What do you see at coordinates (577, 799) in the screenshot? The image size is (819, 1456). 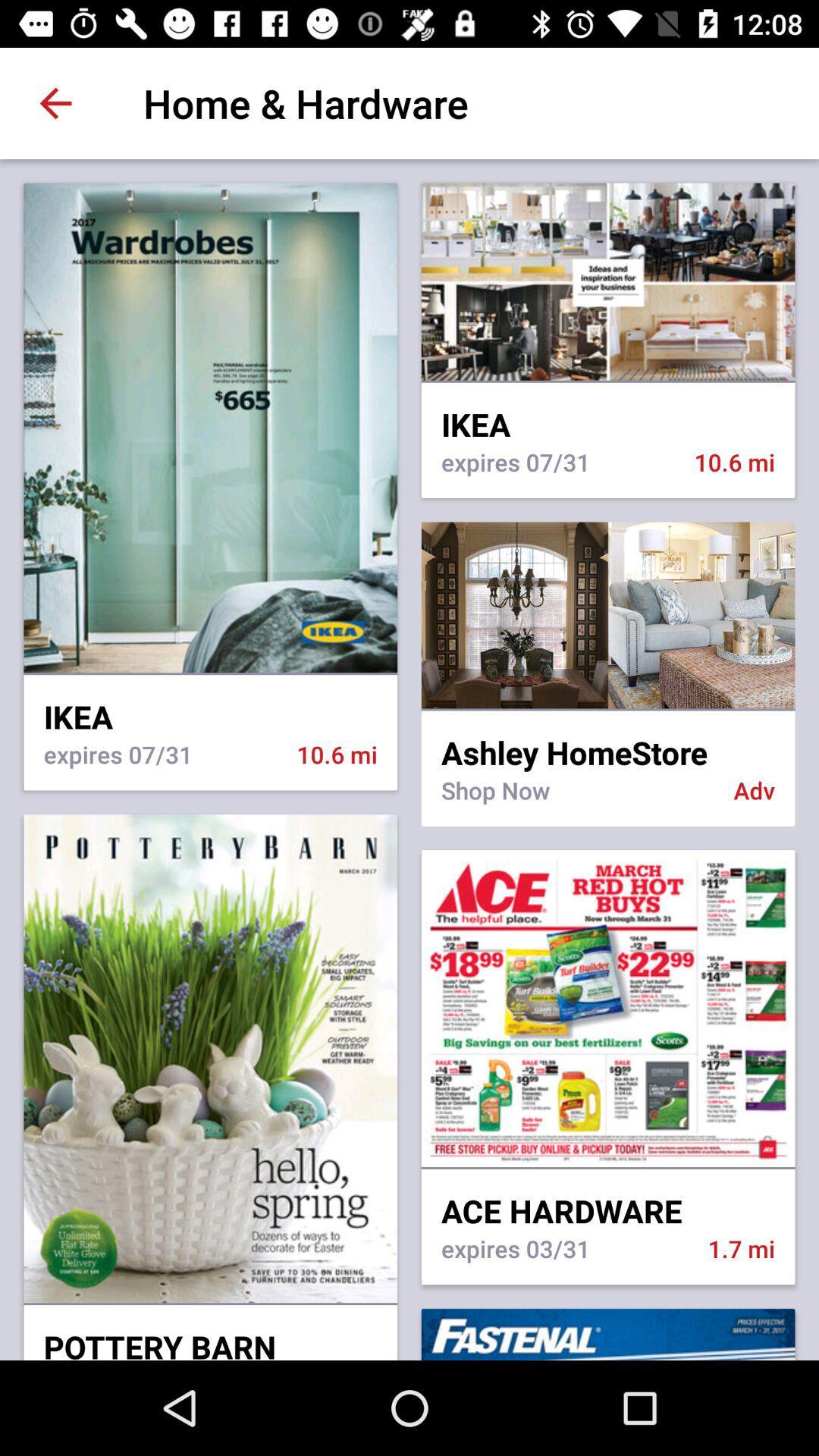 I see `the item next to the adv item` at bounding box center [577, 799].